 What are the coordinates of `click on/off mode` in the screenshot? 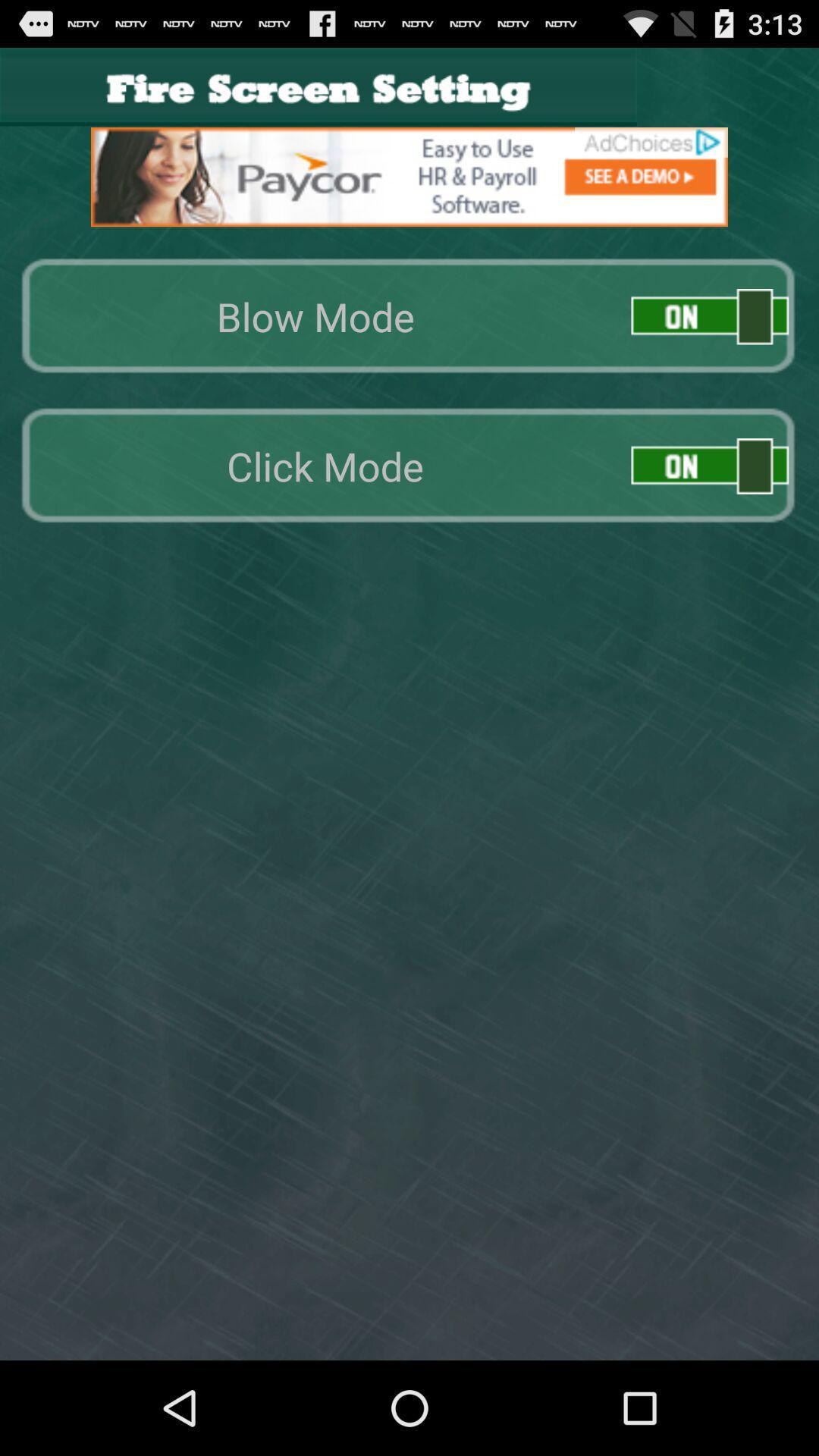 It's located at (710, 465).